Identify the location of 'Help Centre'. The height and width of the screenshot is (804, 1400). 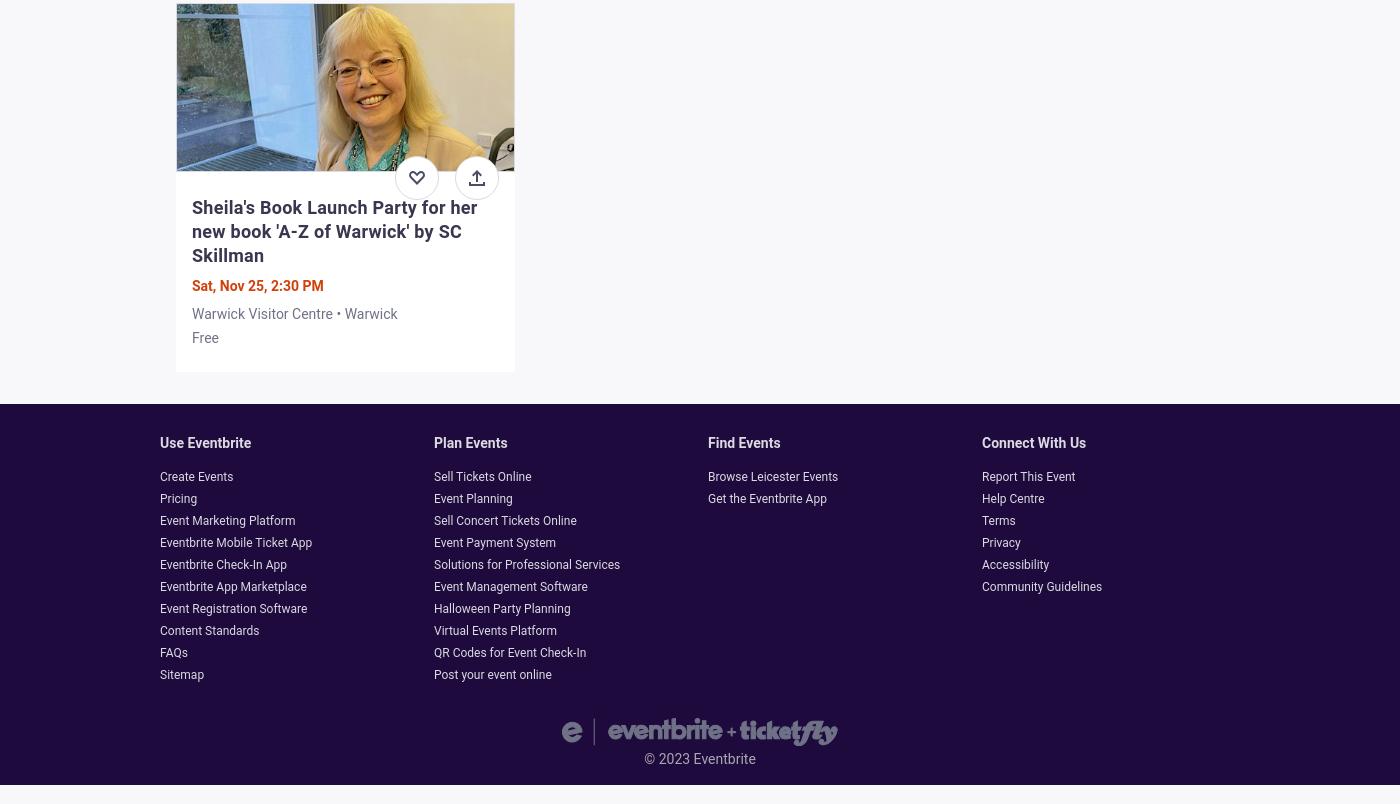
(1013, 497).